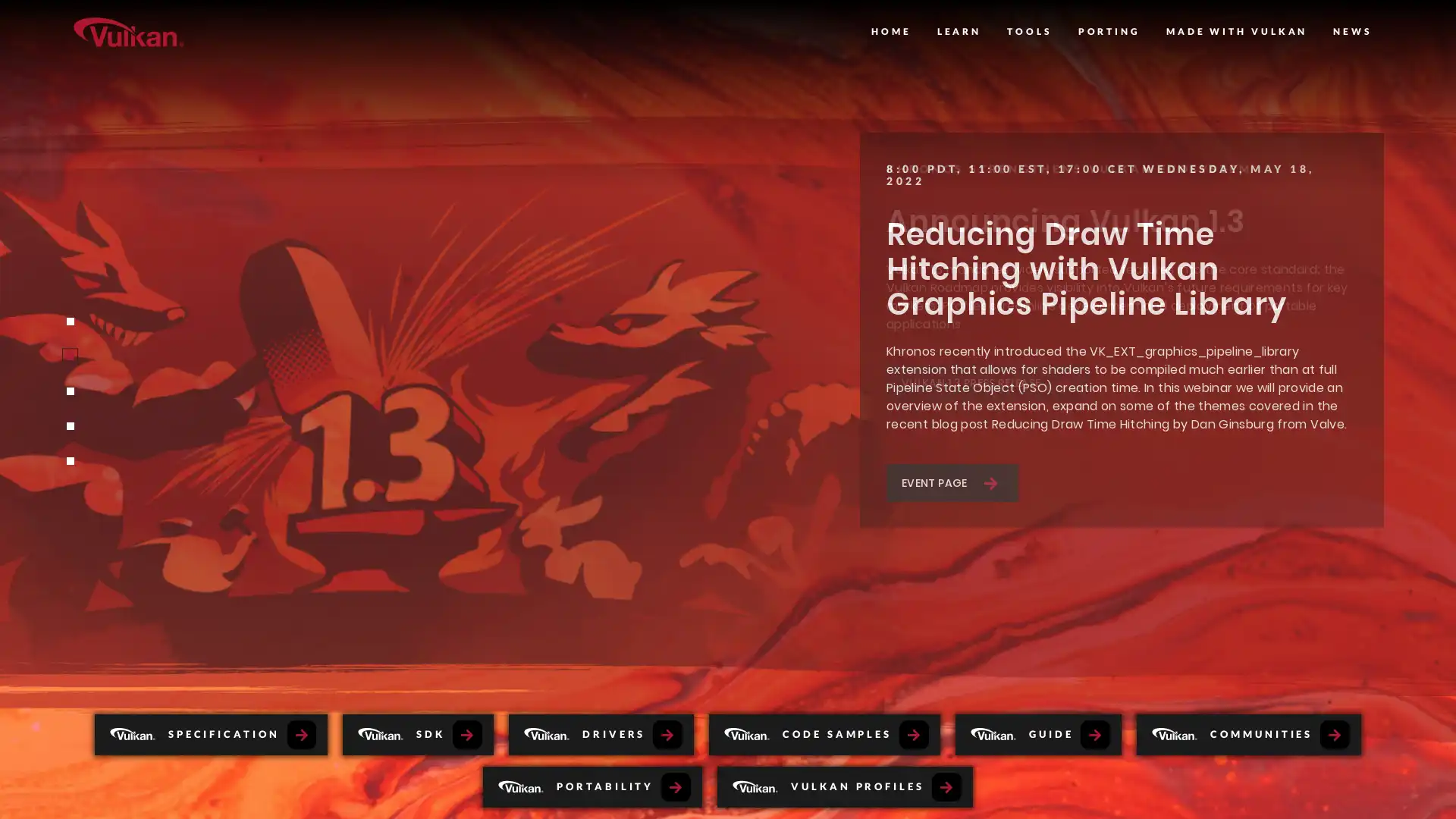 Image resolution: width=1456 pixels, height=819 pixels. What do you see at coordinates (68, 391) in the screenshot?
I see `3` at bounding box center [68, 391].